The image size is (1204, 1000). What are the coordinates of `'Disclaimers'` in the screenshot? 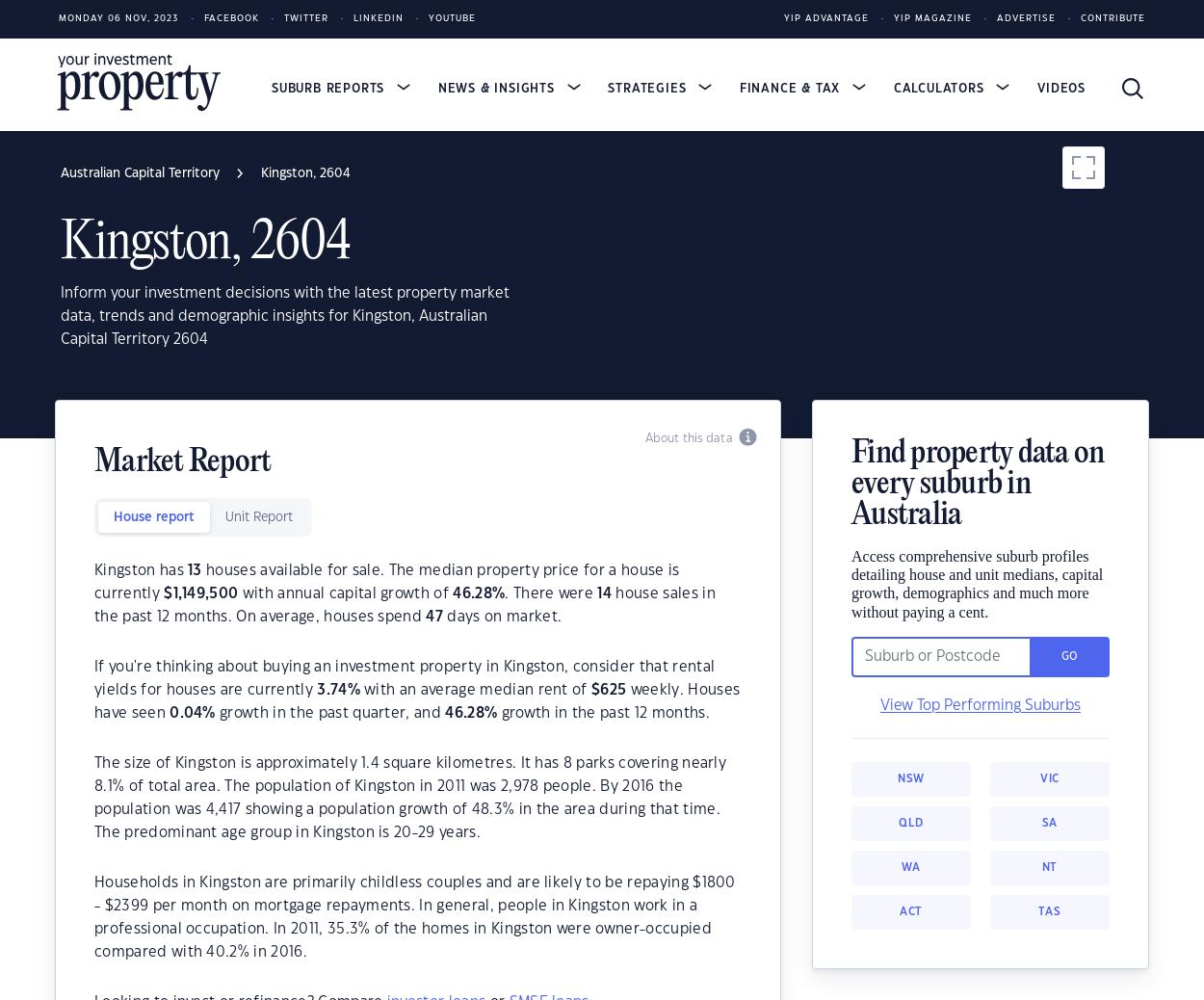 It's located at (110, 534).